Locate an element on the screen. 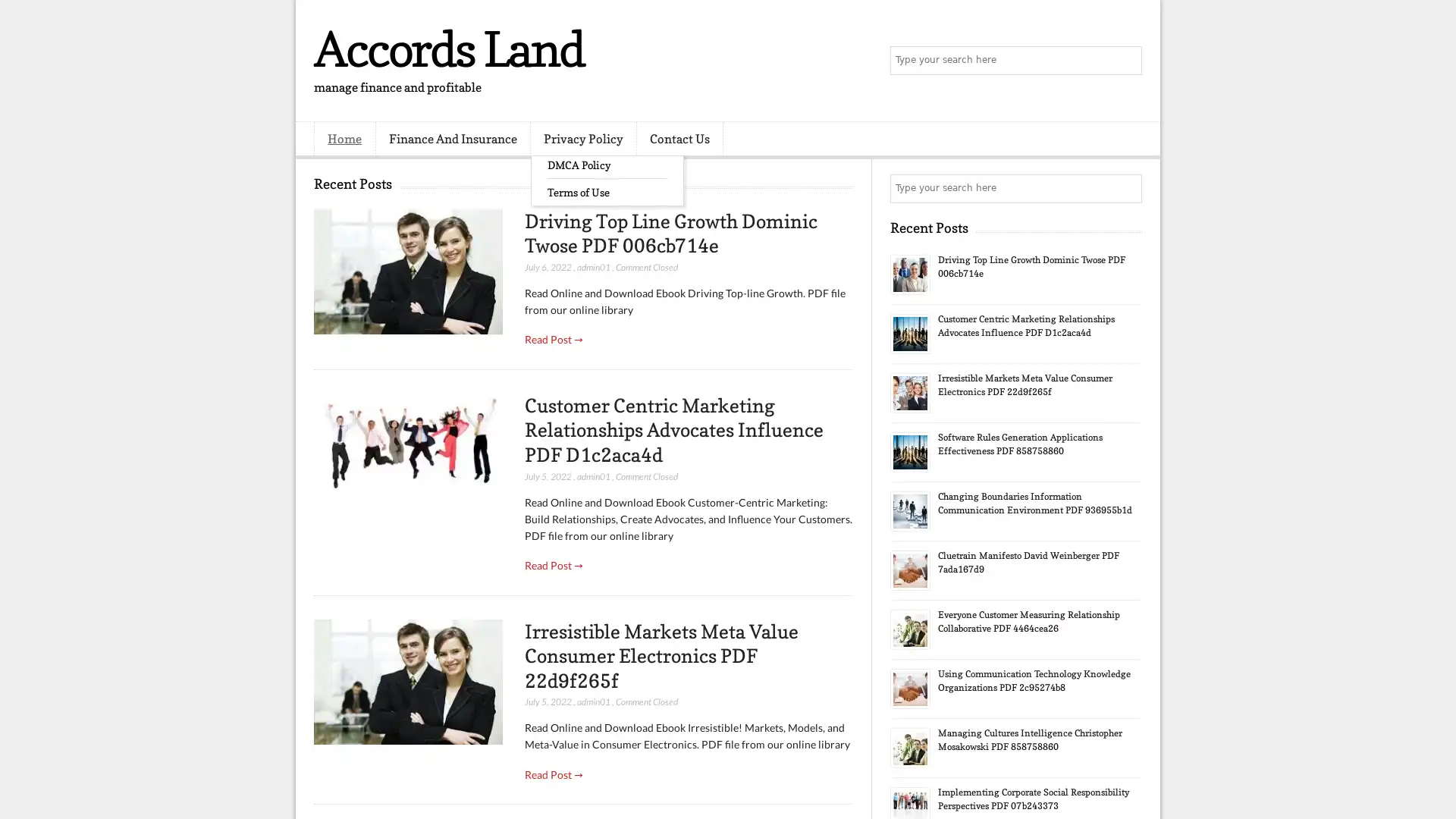 Image resolution: width=1456 pixels, height=819 pixels. Search is located at coordinates (1126, 61).